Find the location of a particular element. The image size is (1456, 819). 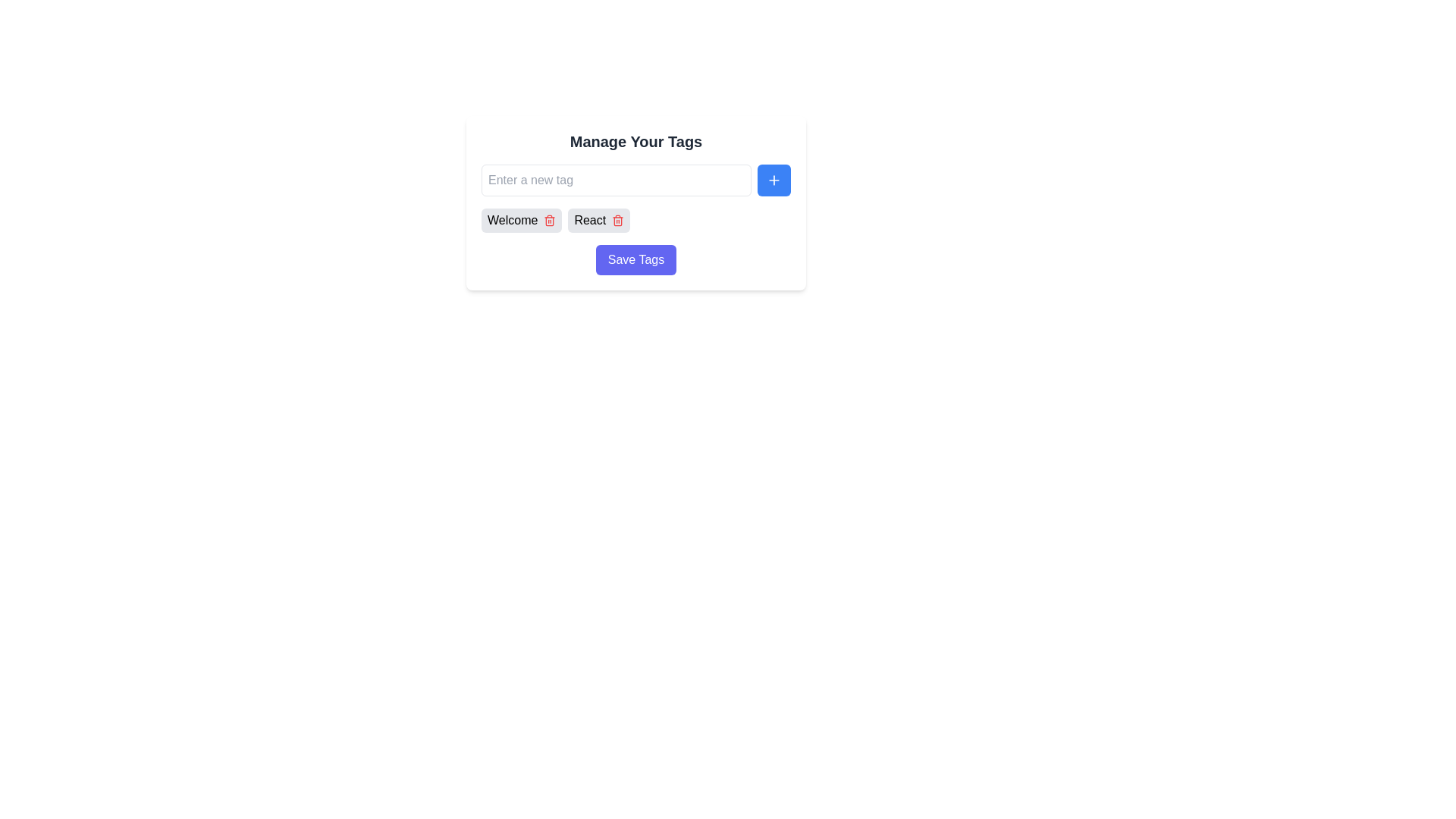

the trash icon associated with the 'React' tag is located at coordinates (598, 220).